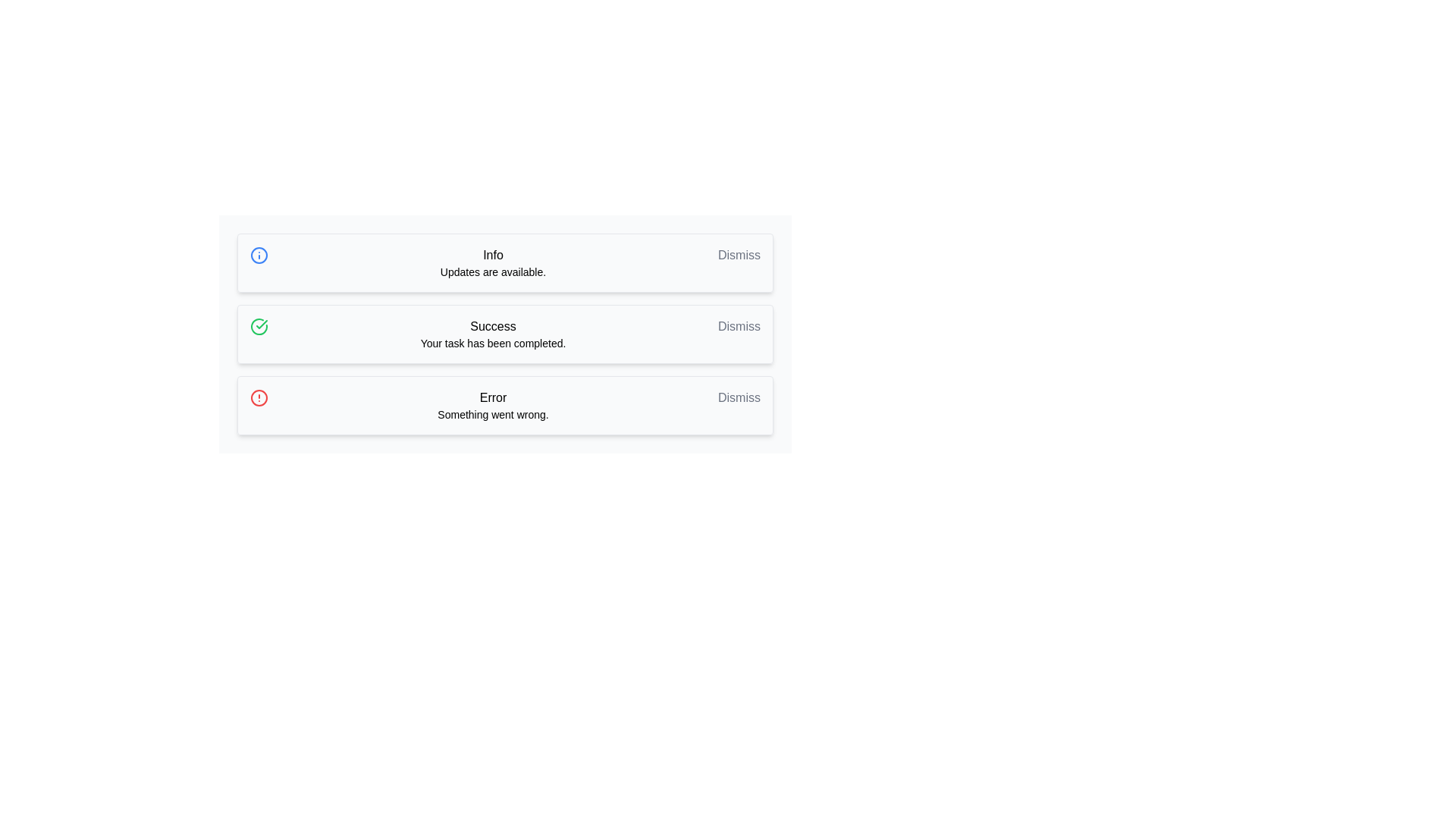  I want to click on the text label that displays 'Success' in bold font, which is centrally aligned within a notification card, so click(493, 333).